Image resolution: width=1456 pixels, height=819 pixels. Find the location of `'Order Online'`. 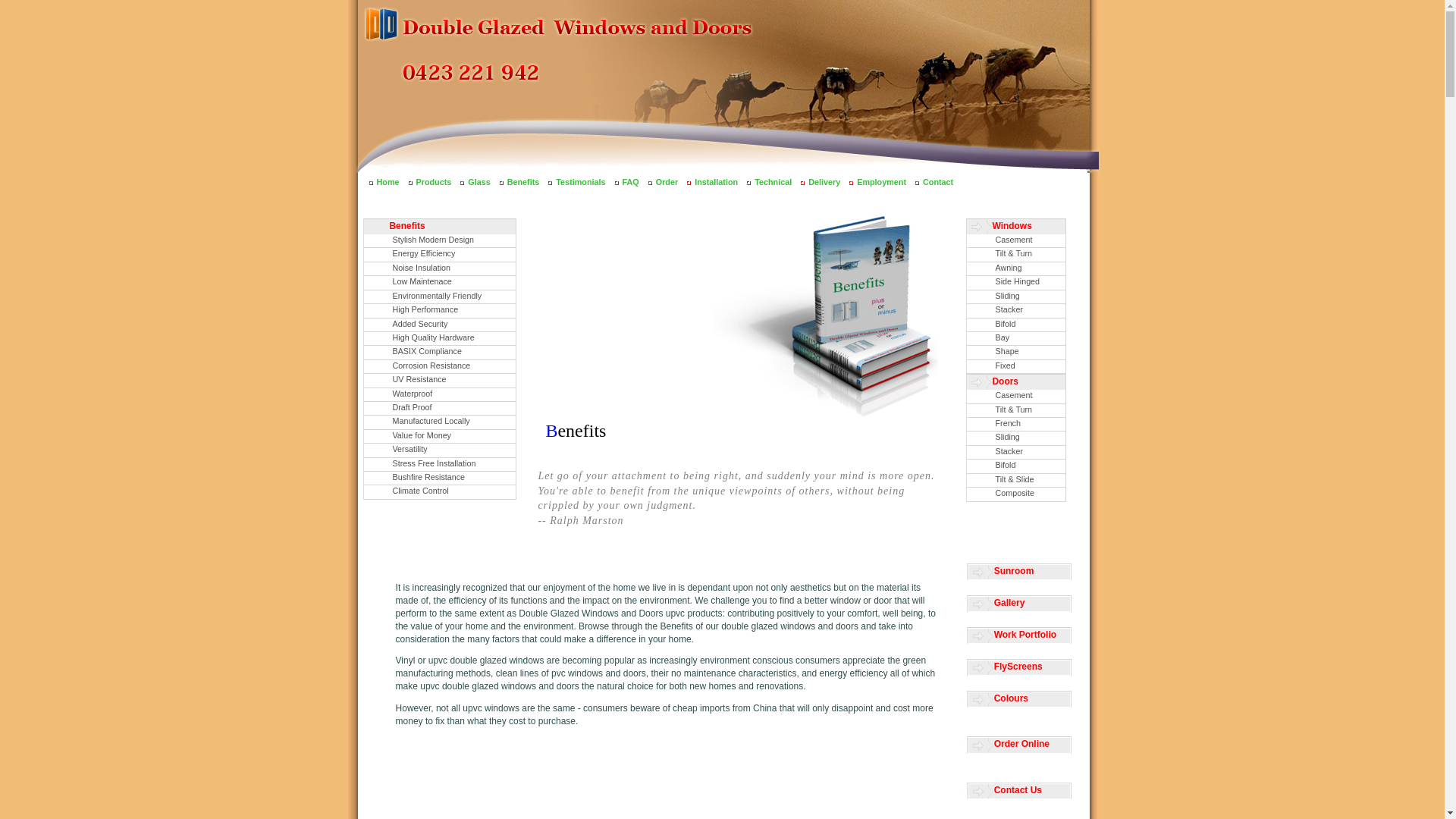

'Order Online' is located at coordinates (967, 744).